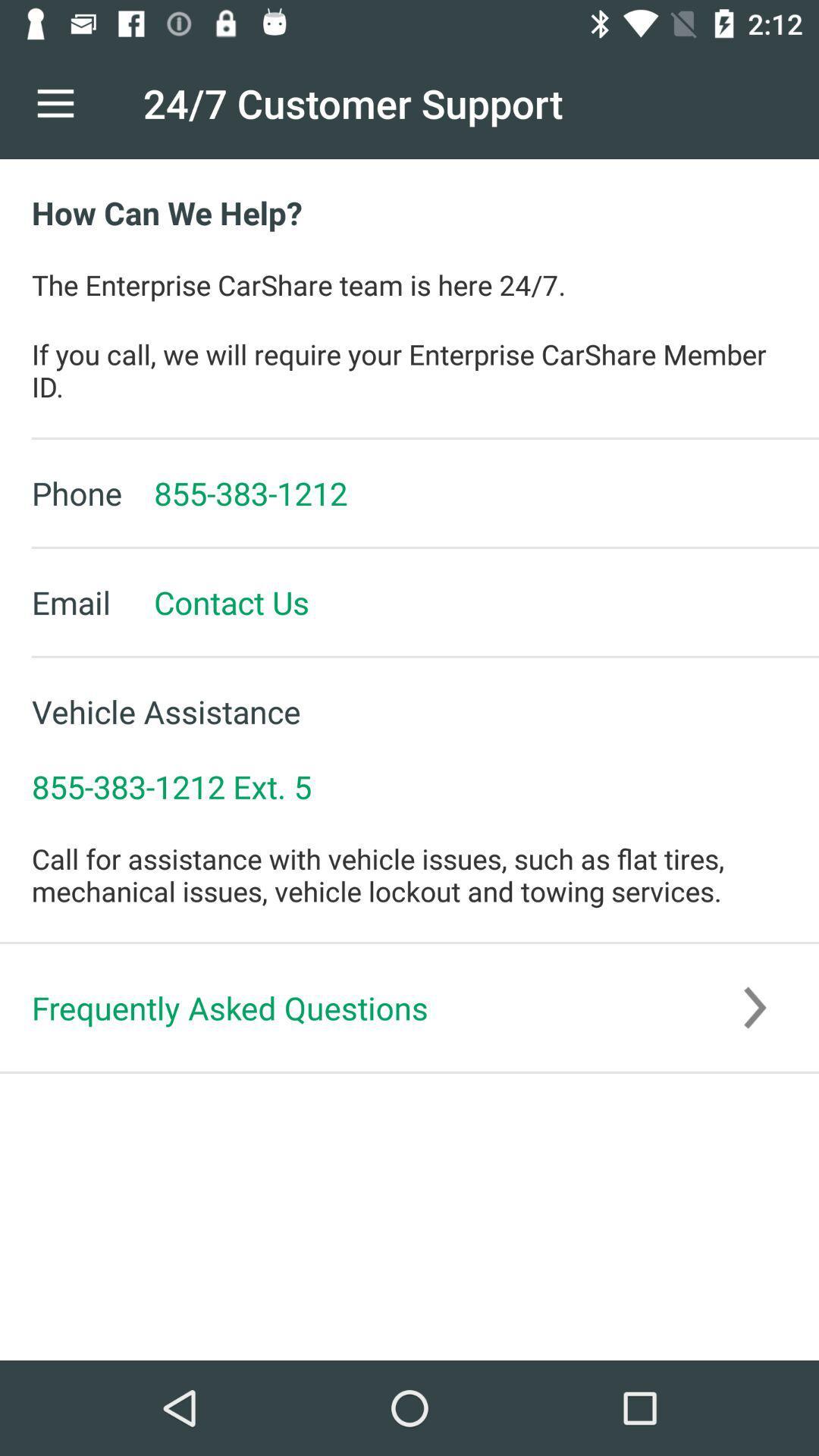 Image resolution: width=819 pixels, height=1456 pixels. I want to click on contact us item, so click(215, 601).